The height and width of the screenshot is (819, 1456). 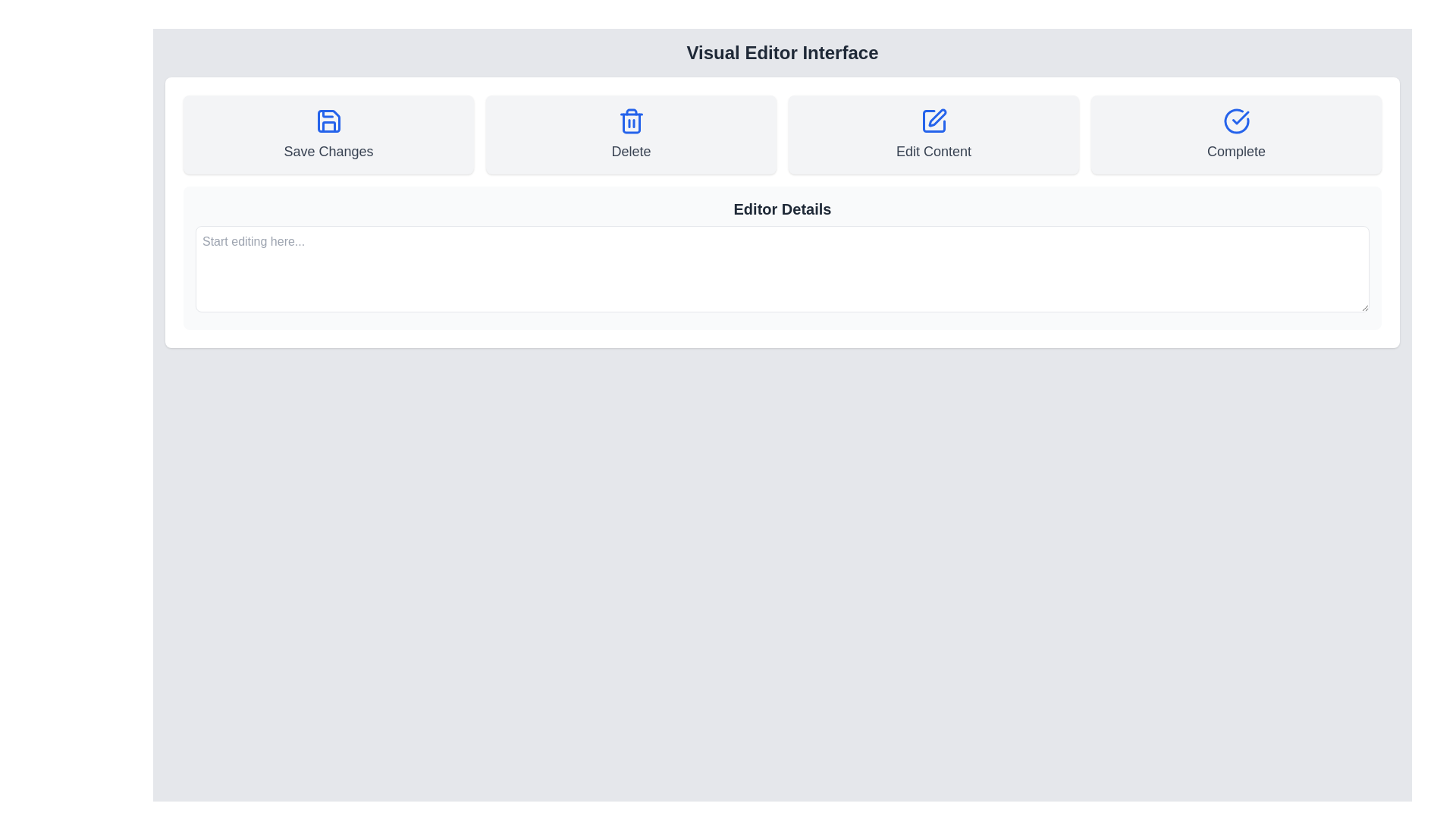 What do you see at coordinates (631, 122) in the screenshot?
I see `the 'Delete' icon, which is the second button from the left in the top action buttons` at bounding box center [631, 122].